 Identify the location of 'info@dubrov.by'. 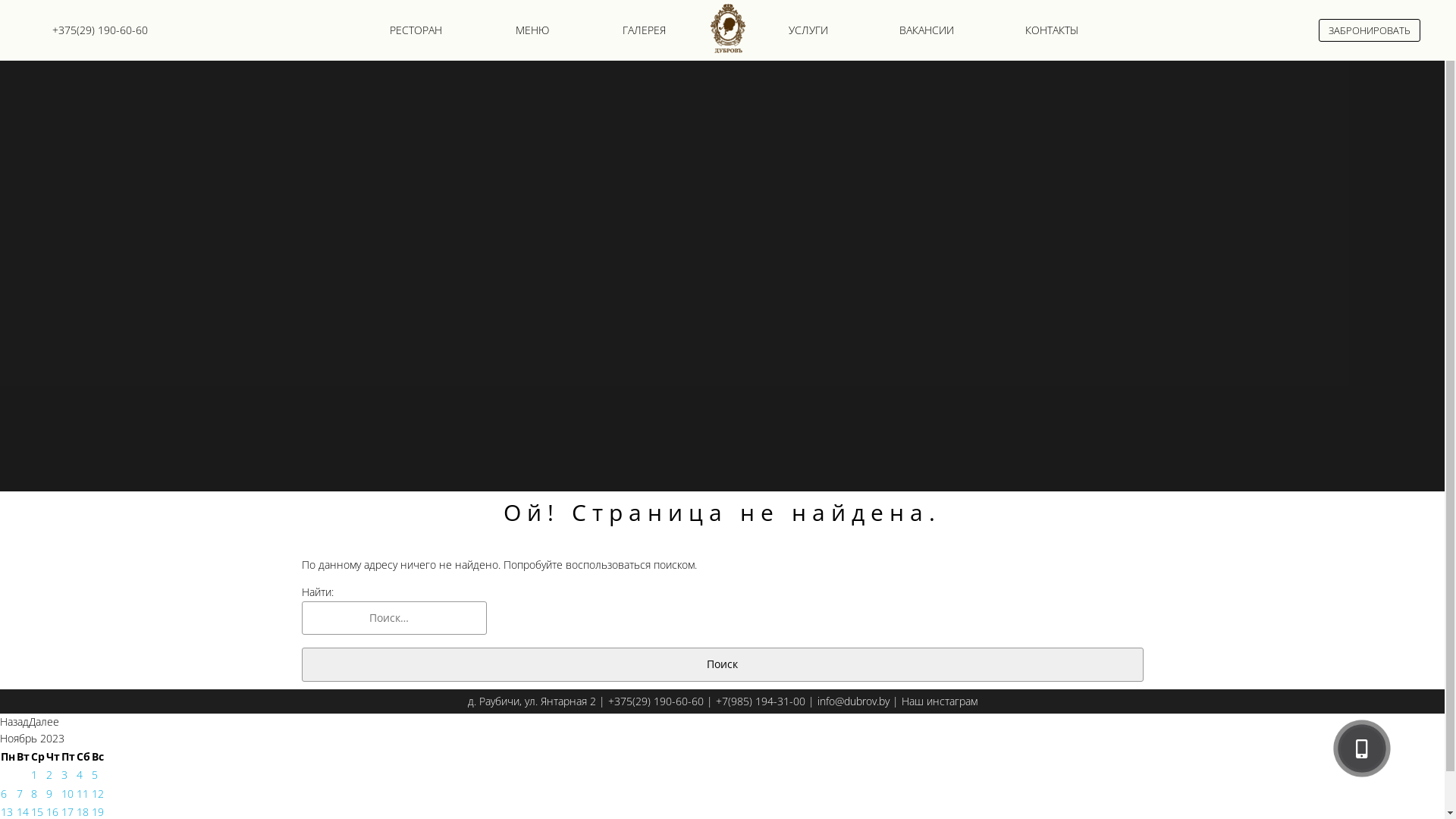
(853, 701).